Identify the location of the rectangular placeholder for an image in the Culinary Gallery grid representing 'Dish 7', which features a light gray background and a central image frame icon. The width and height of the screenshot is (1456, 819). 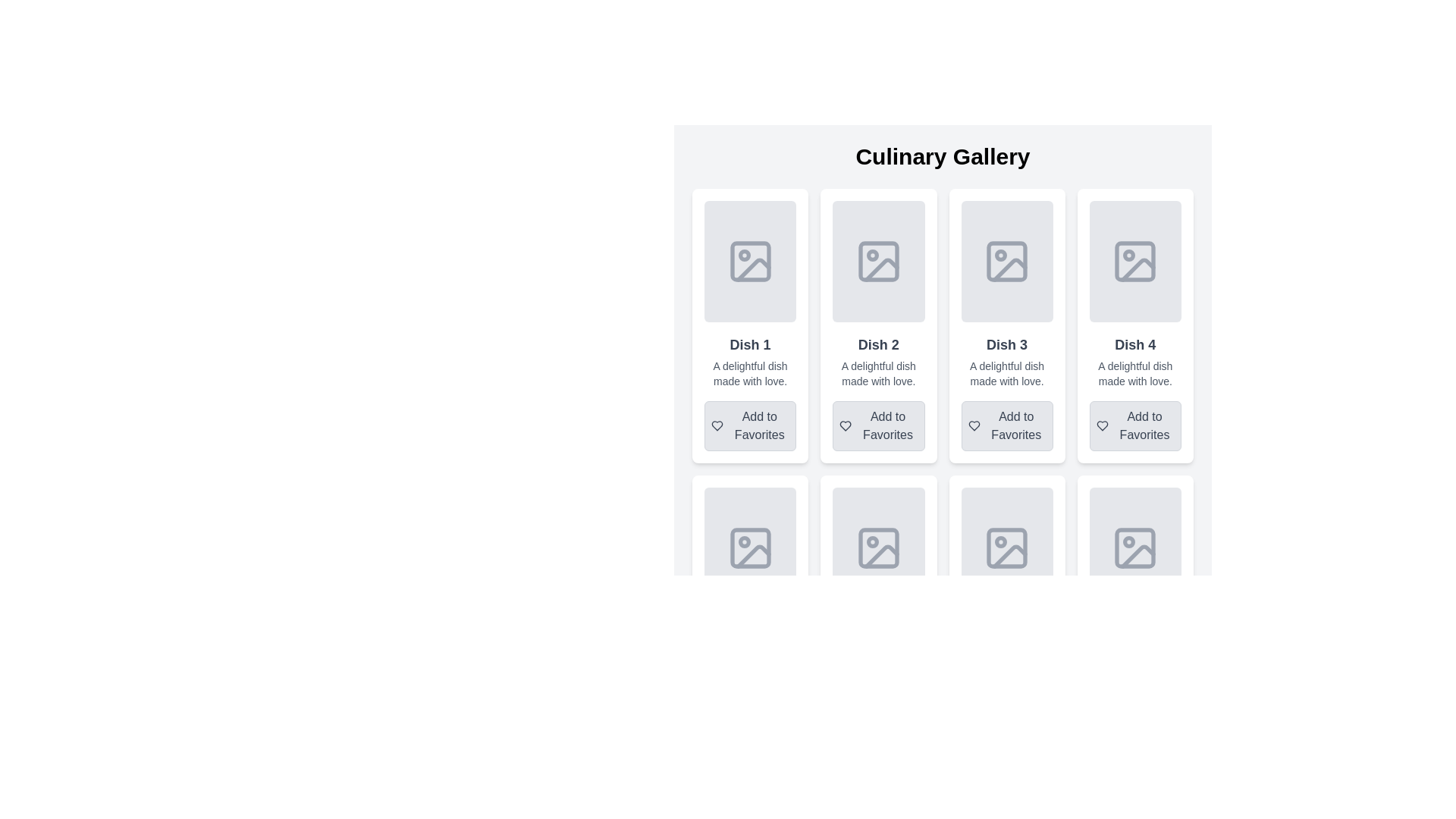
(1007, 548).